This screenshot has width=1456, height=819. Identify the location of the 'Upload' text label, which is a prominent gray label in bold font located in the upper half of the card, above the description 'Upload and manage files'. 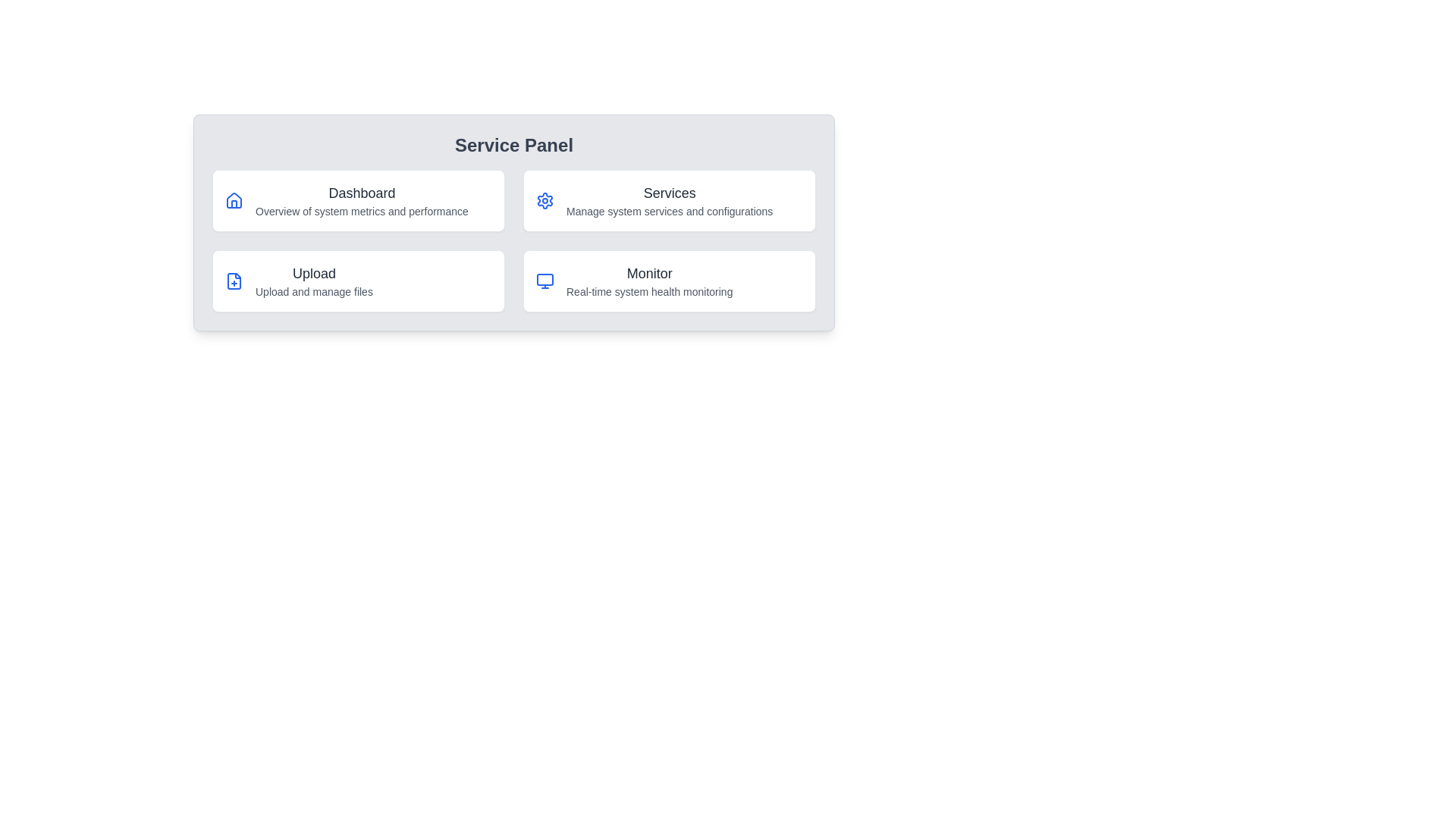
(313, 274).